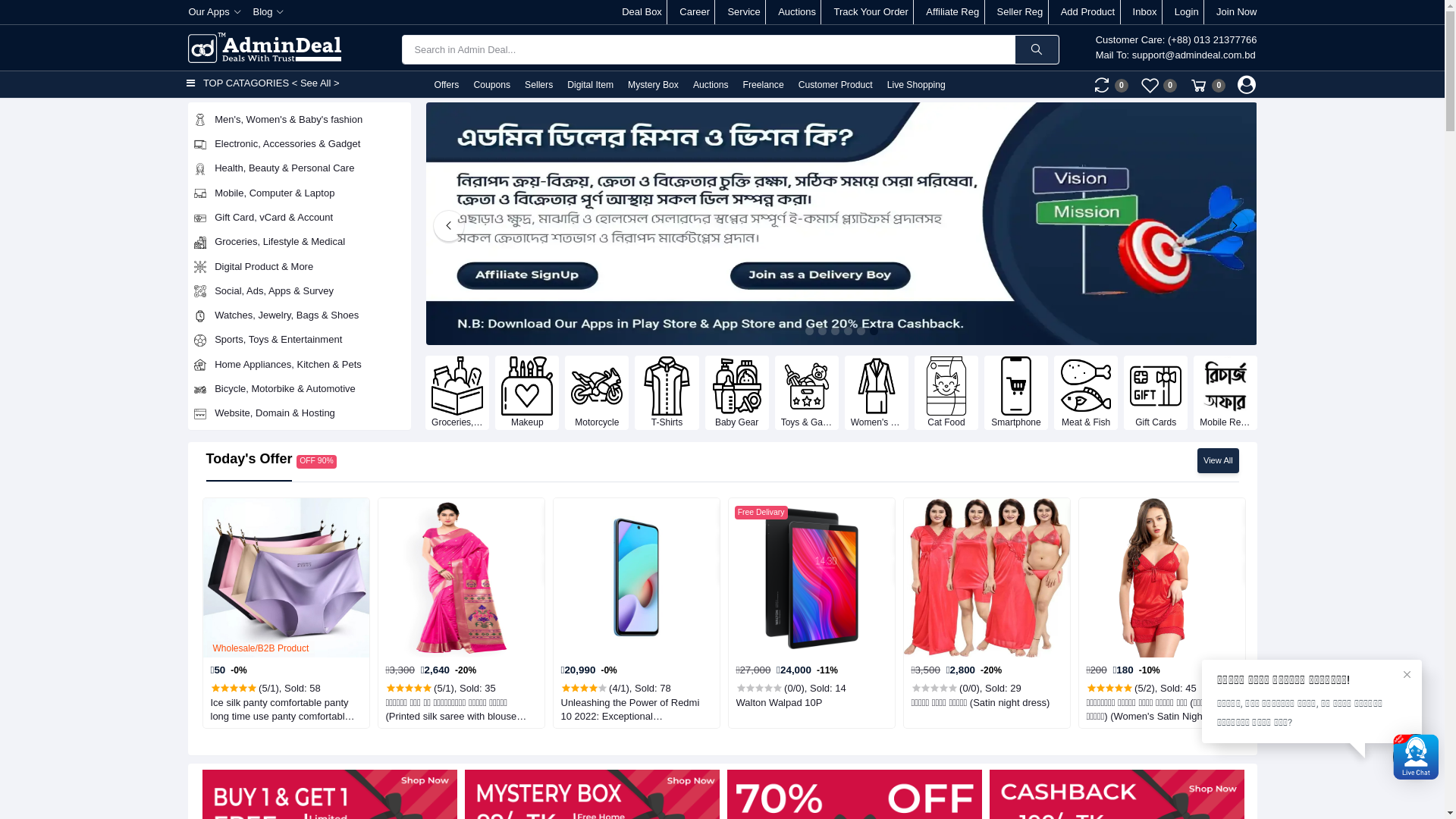 Image resolution: width=1456 pixels, height=819 pixels. I want to click on 'Gift Card, vCard & Account', so click(300, 217).